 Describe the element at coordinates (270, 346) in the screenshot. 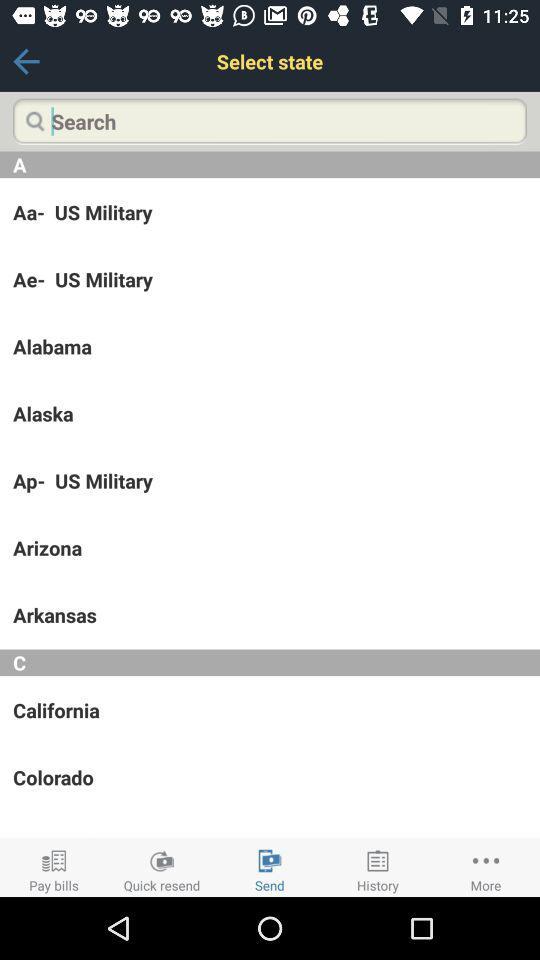

I see `alabama icon` at that location.